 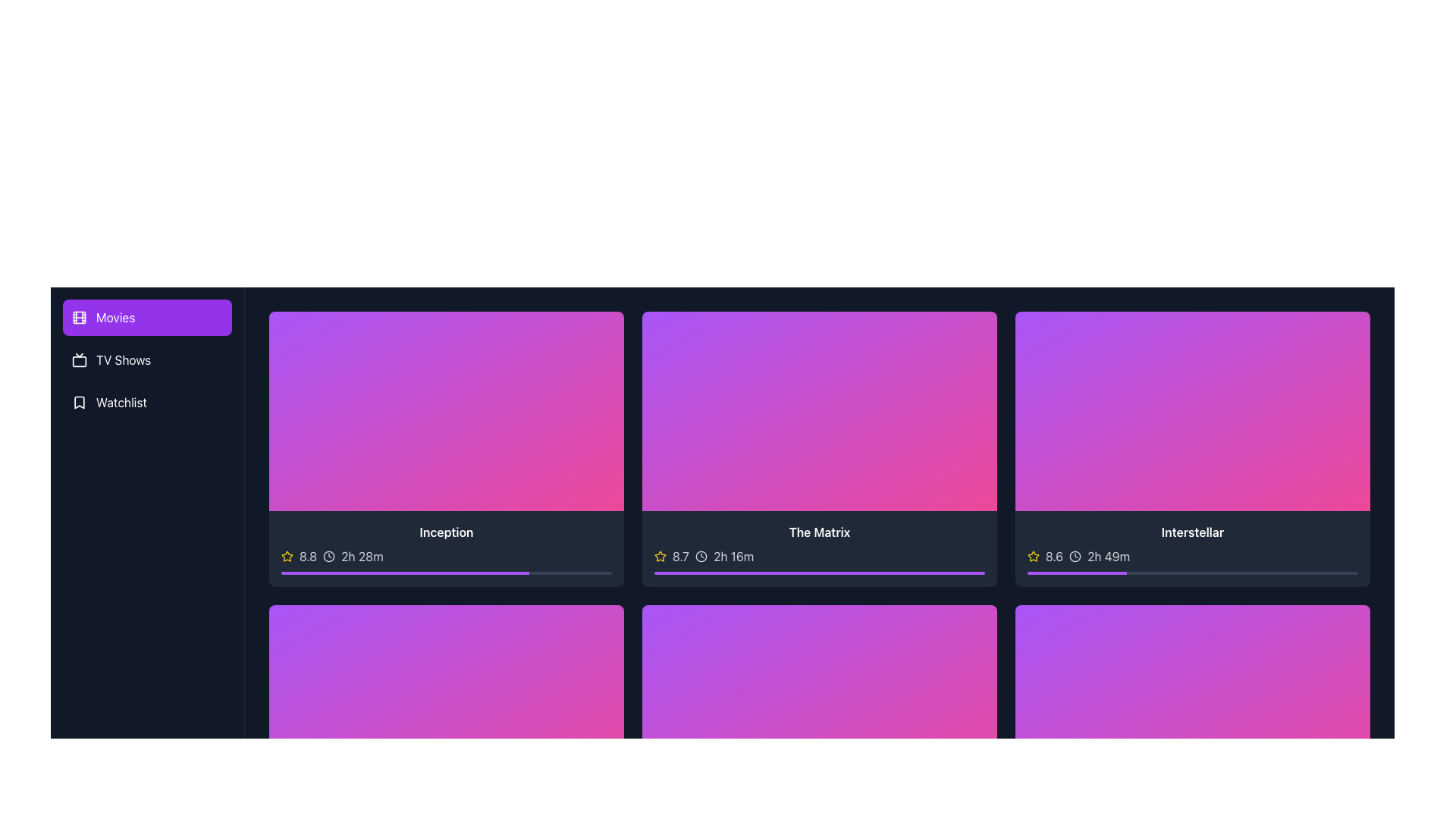 What do you see at coordinates (1192, 573) in the screenshot?
I see `the progress level of the horizontal progress bar located at the bottom of the 'Interstellar' section, directly below the text '2h 49m'` at bounding box center [1192, 573].